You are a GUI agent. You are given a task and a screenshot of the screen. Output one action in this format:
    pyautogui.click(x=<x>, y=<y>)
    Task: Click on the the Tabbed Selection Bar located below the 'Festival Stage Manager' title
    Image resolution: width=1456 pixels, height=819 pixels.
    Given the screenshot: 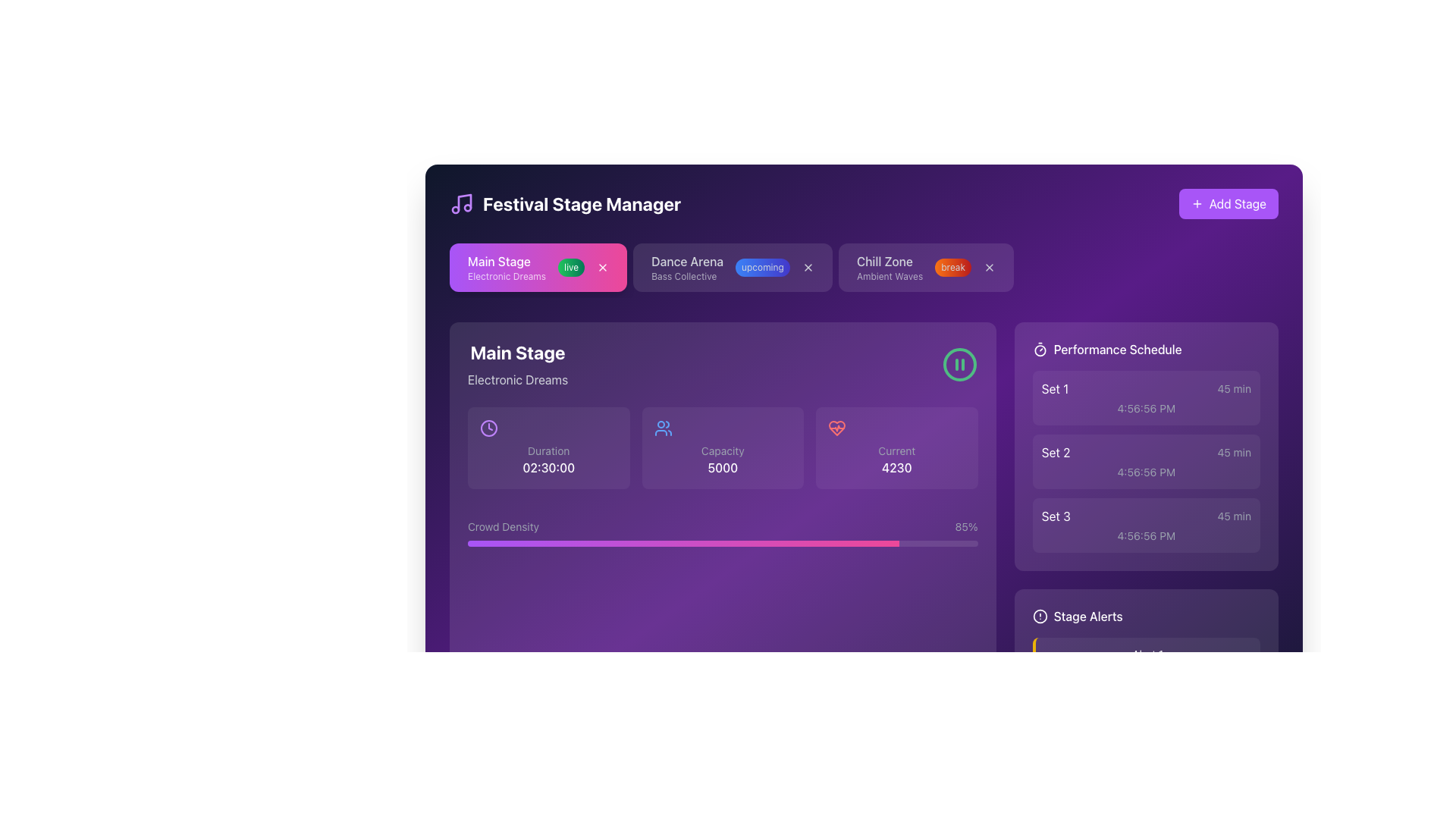 What is the action you would take?
    pyautogui.click(x=864, y=270)
    